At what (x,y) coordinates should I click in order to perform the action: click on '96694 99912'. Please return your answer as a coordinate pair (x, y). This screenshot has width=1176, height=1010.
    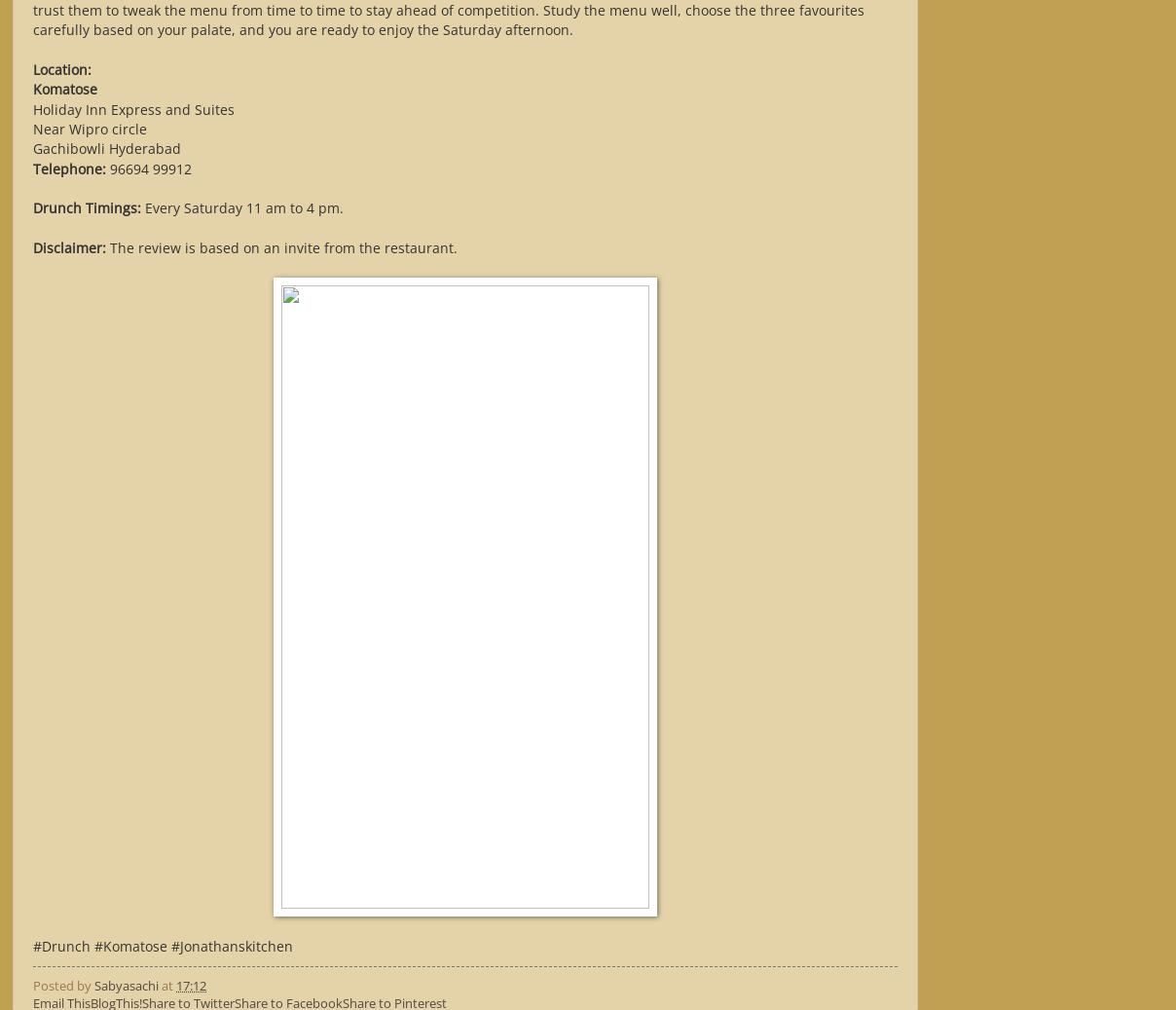
    Looking at the image, I should click on (149, 167).